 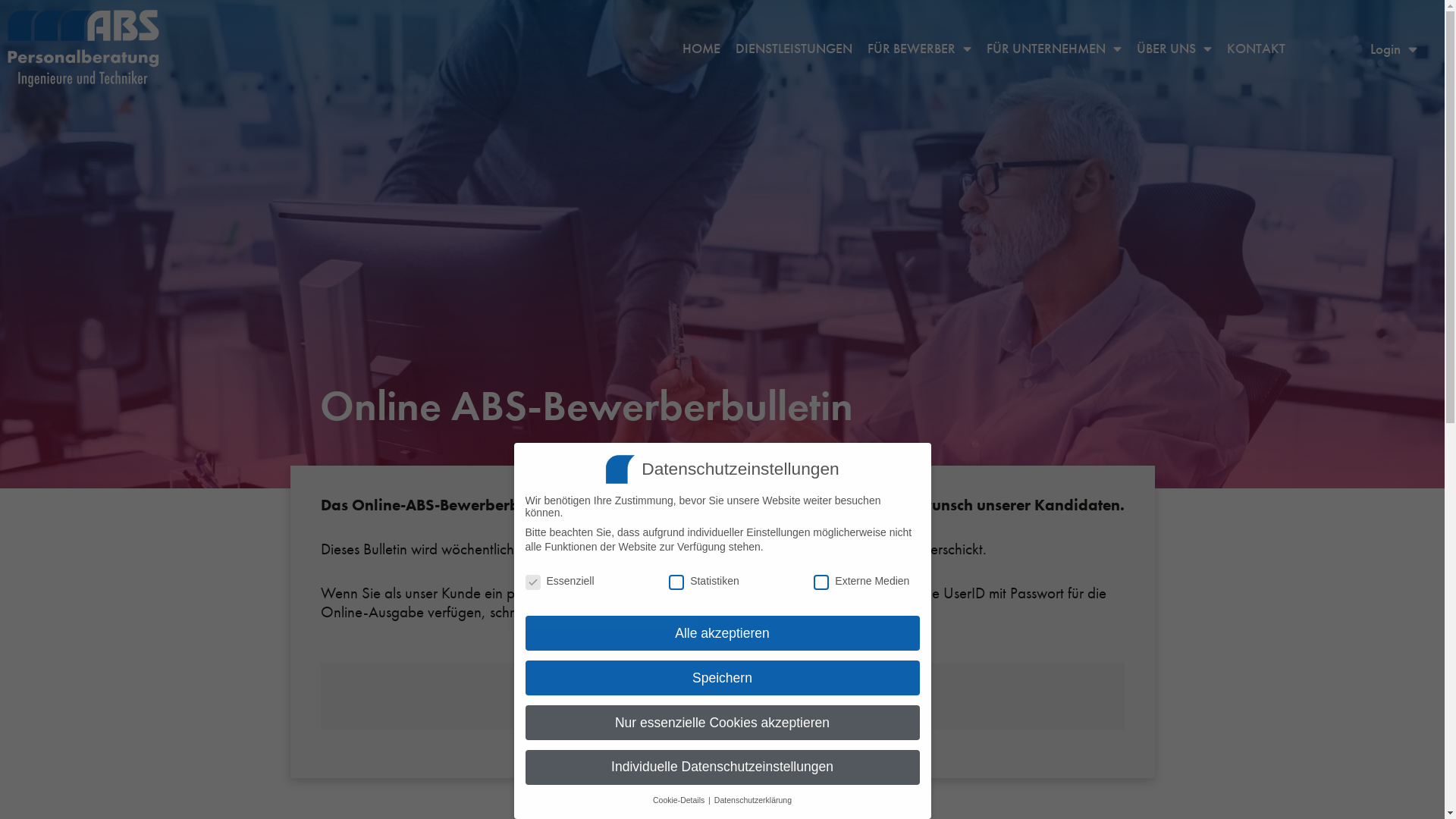 What do you see at coordinates (720, 632) in the screenshot?
I see `'Alle akzeptieren'` at bounding box center [720, 632].